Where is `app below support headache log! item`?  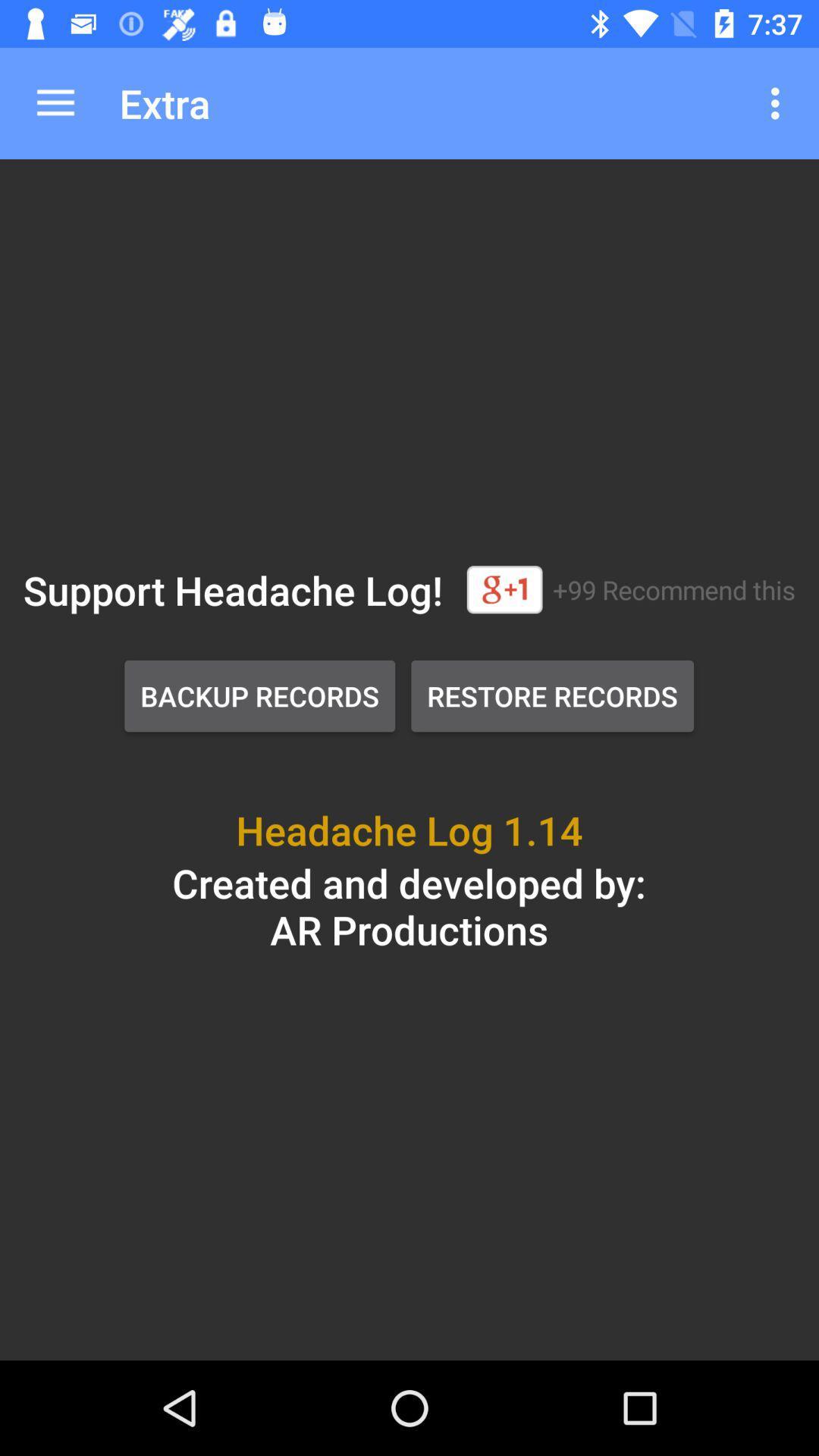
app below support headache log! item is located at coordinates (259, 695).